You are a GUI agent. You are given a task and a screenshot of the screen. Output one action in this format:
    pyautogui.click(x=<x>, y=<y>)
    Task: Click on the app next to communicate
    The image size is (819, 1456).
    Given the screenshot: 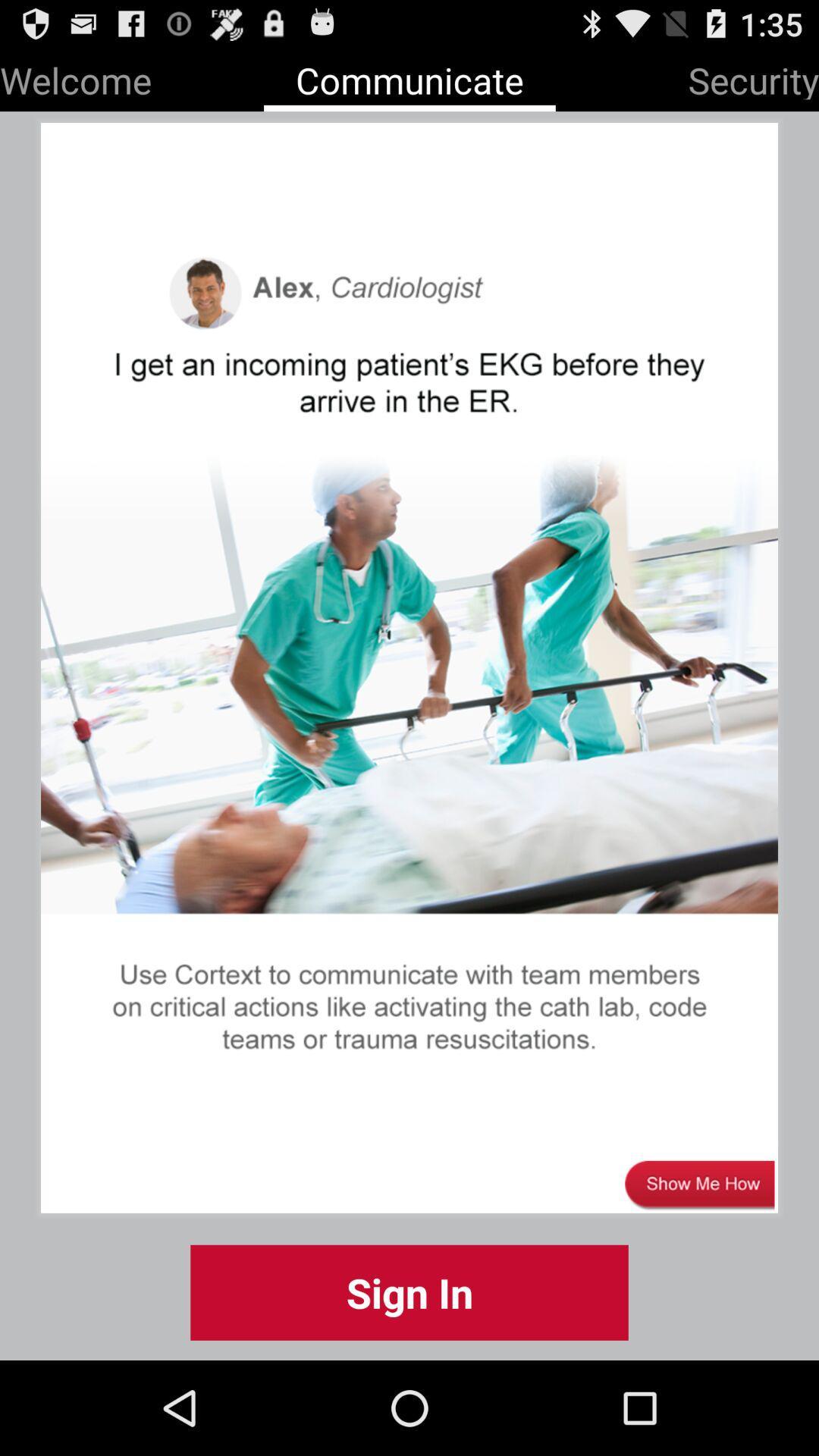 What is the action you would take?
    pyautogui.click(x=76, y=77)
    